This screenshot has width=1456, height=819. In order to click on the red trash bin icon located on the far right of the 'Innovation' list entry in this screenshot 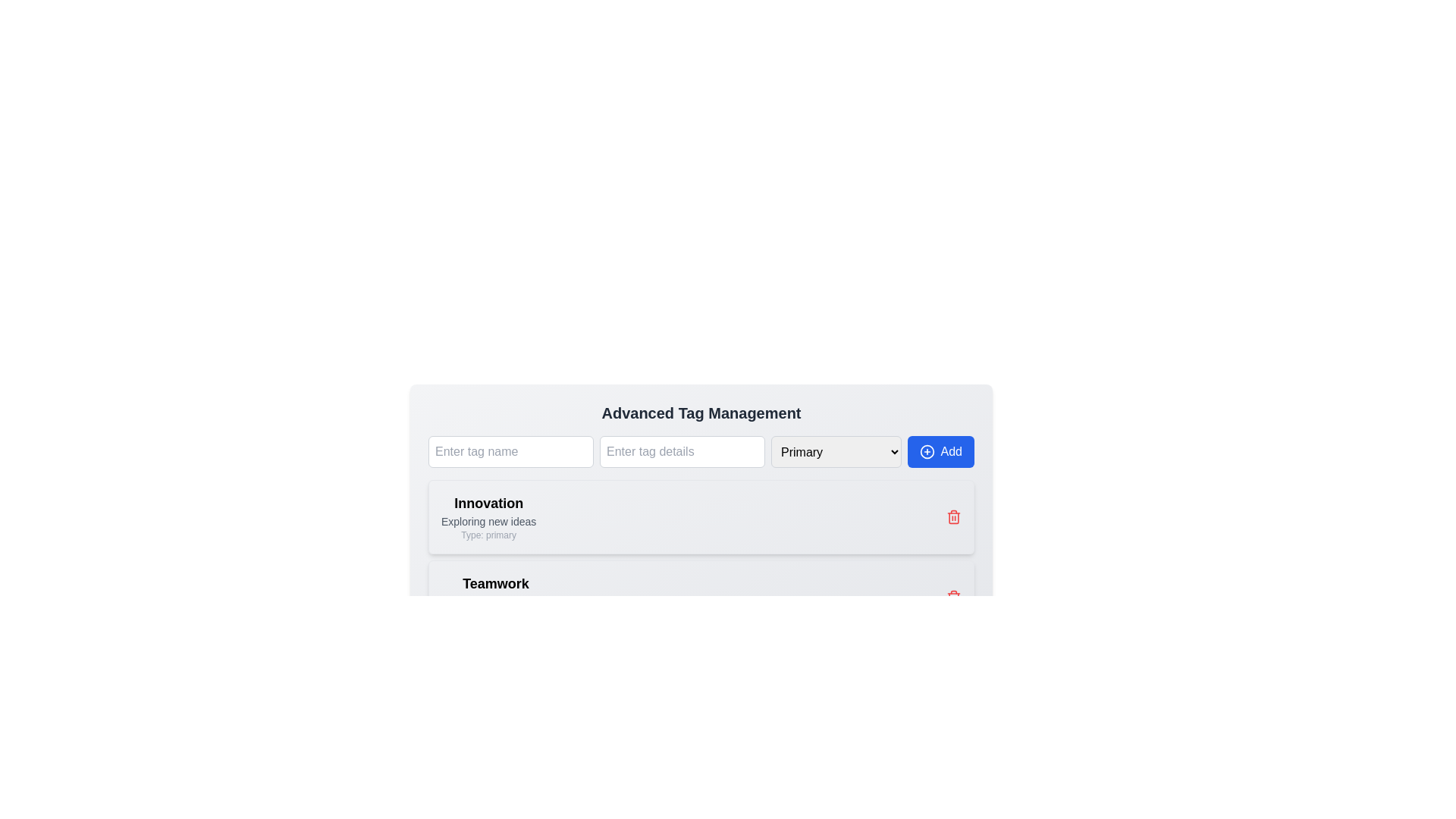, I will do `click(952, 516)`.